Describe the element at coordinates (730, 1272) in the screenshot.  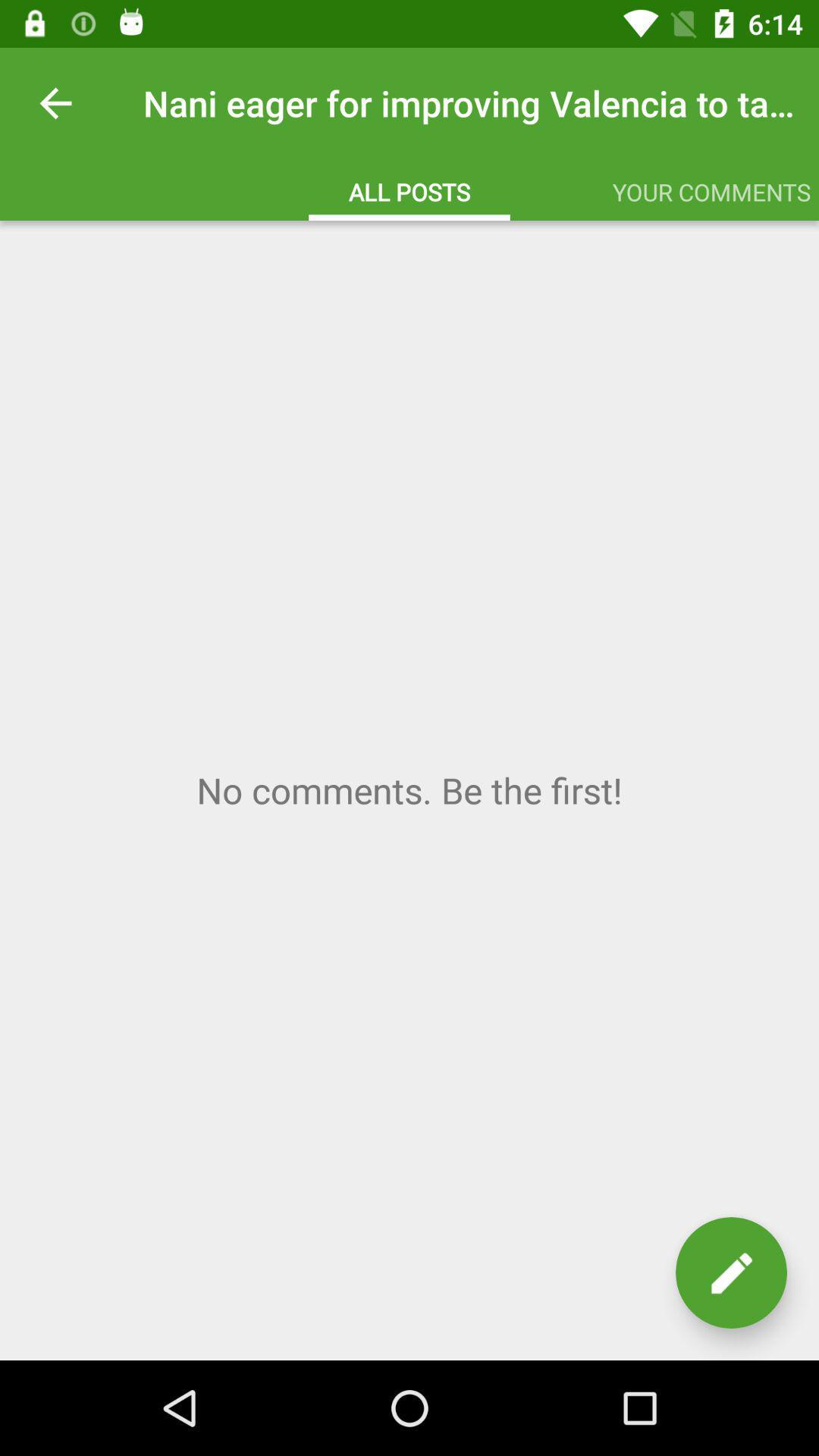
I see `new post` at that location.